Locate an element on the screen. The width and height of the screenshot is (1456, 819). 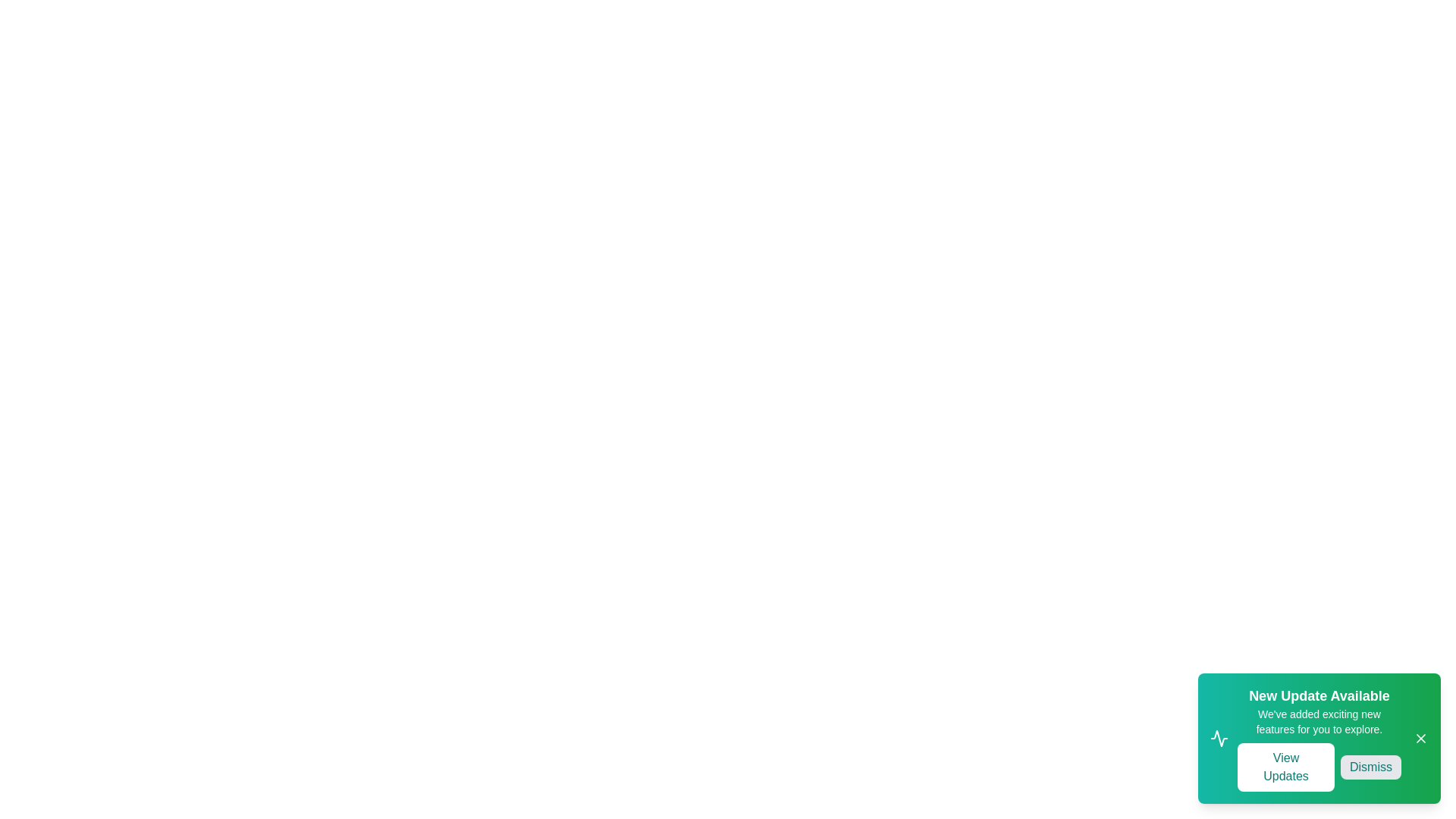
the icon to the left of the snackbar text is located at coordinates (1219, 738).